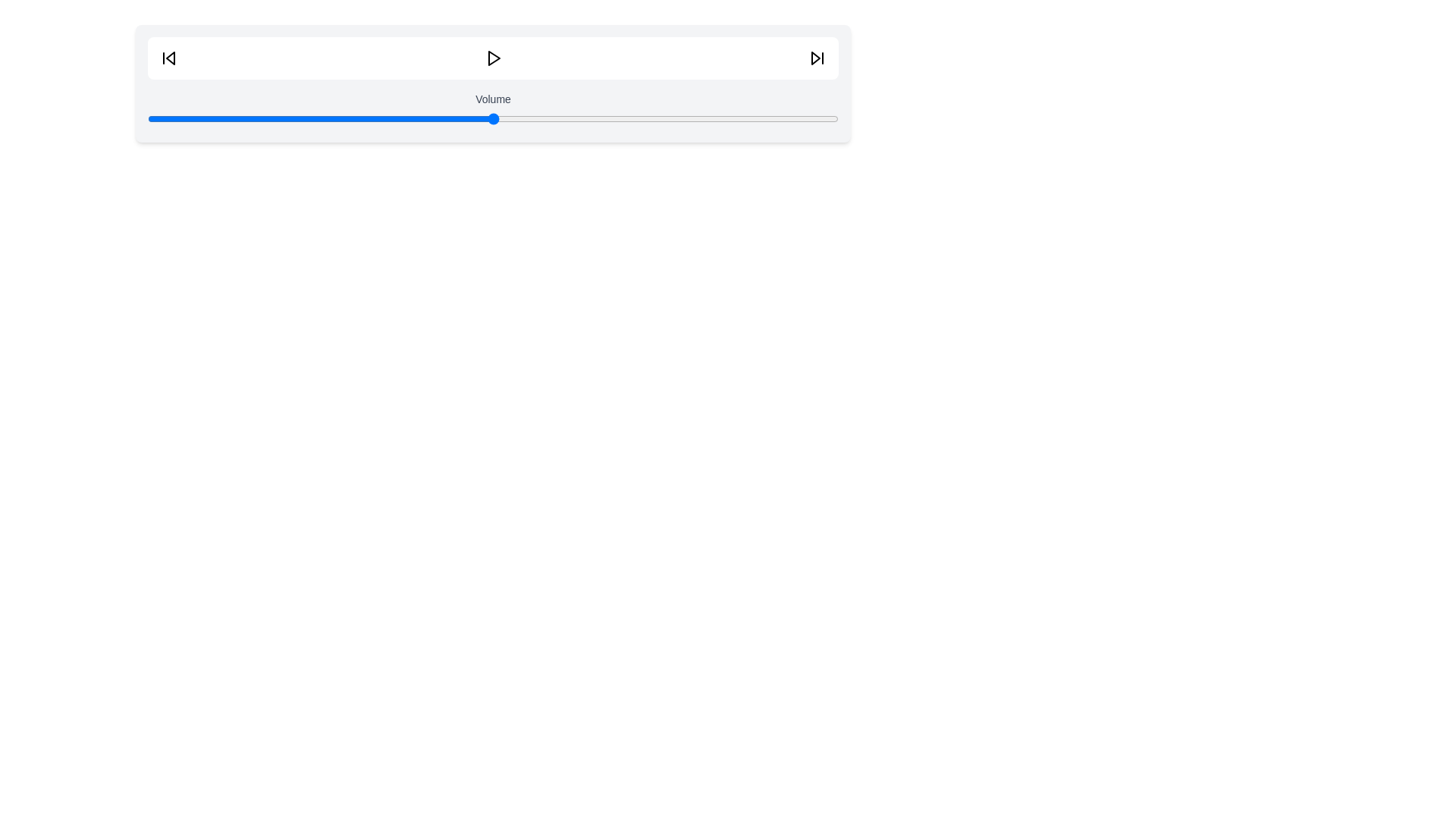  What do you see at coordinates (340, 118) in the screenshot?
I see `the volume level` at bounding box center [340, 118].